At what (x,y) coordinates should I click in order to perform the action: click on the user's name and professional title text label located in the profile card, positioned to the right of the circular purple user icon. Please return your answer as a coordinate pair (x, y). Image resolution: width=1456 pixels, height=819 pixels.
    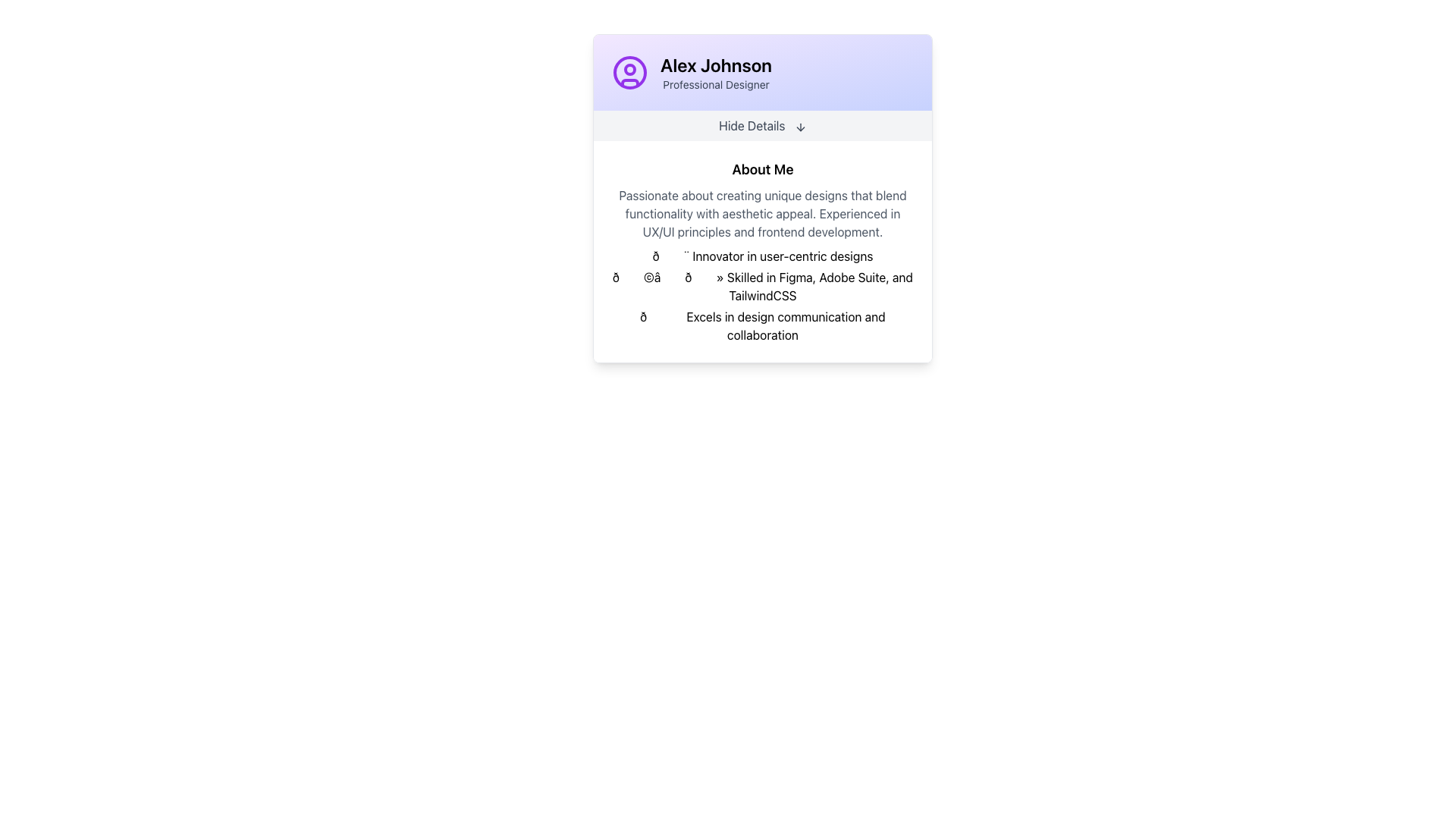
    Looking at the image, I should click on (715, 73).